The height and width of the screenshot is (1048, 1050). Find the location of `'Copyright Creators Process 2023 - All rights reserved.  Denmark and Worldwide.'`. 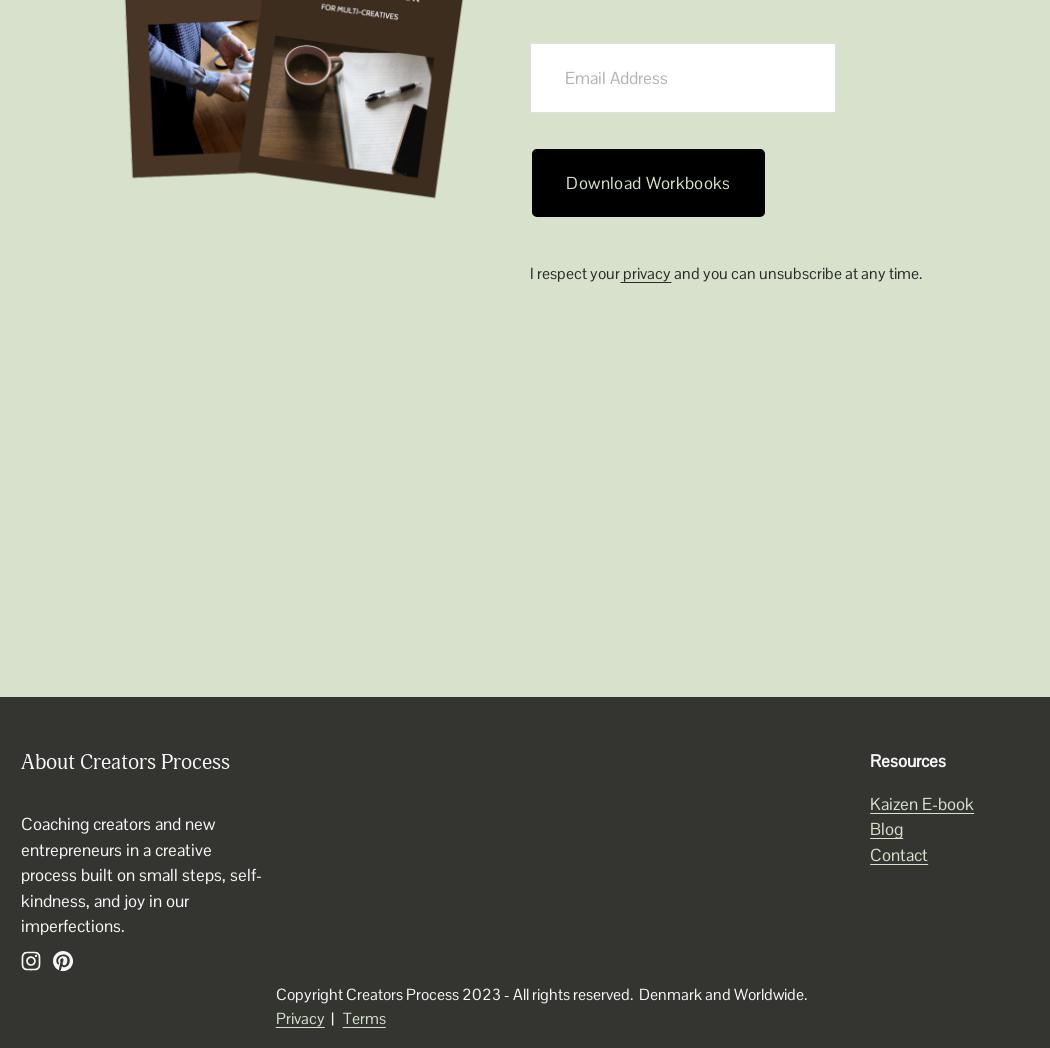

'Copyright Creators Process 2023 - All rights reserved.  Denmark and Worldwide.' is located at coordinates (544, 993).